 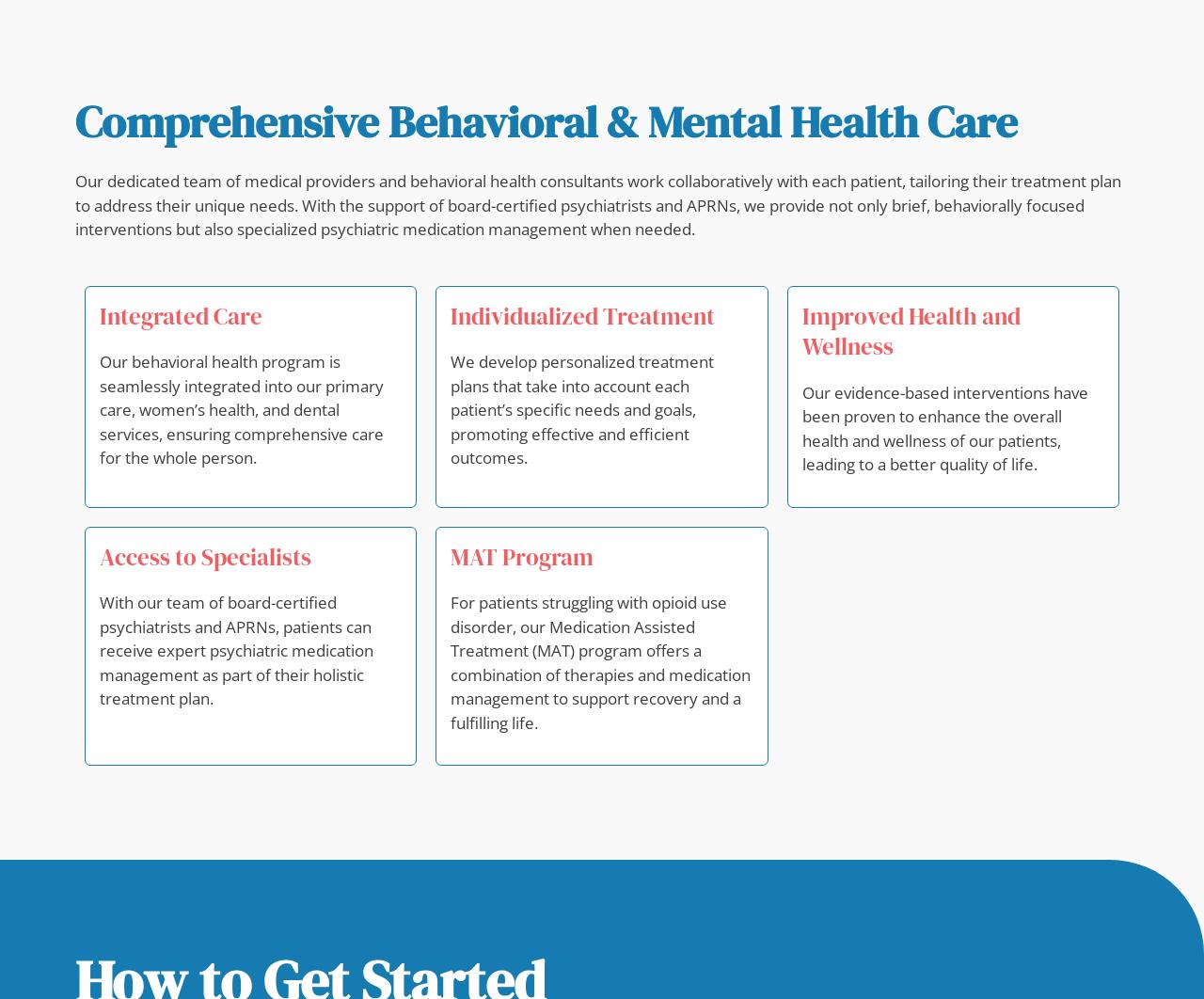 What do you see at coordinates (241, 408) in the screenshot?
I see `'Our behavioral health program is seamlessly integrated into our primary care, women’s health, and dental services, ensuring comprehensive care for the whole person.'` at bounding box center [241, 408].